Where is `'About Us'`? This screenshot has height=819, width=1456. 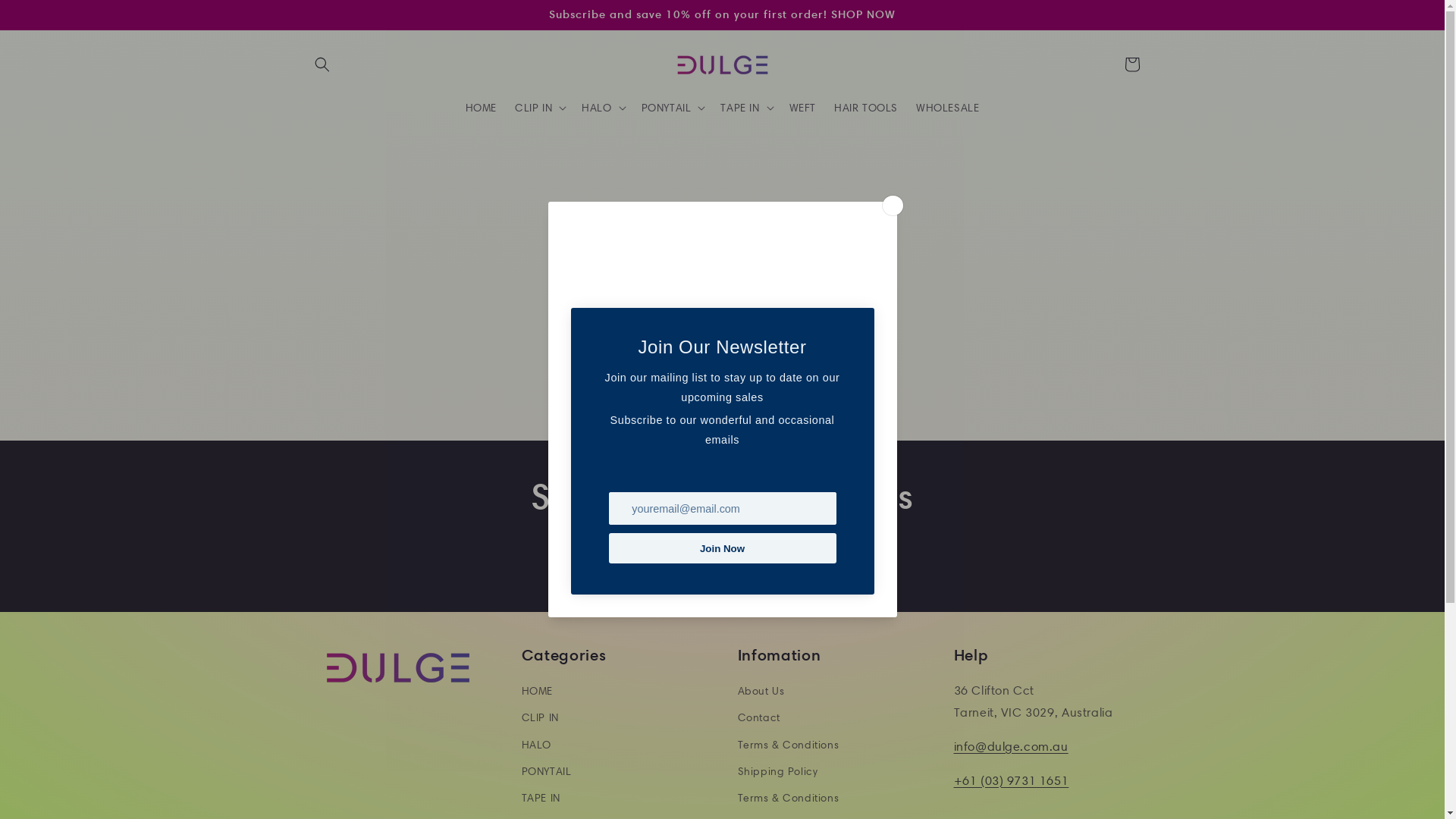
'About Us' is located at coordinates (761, 693).